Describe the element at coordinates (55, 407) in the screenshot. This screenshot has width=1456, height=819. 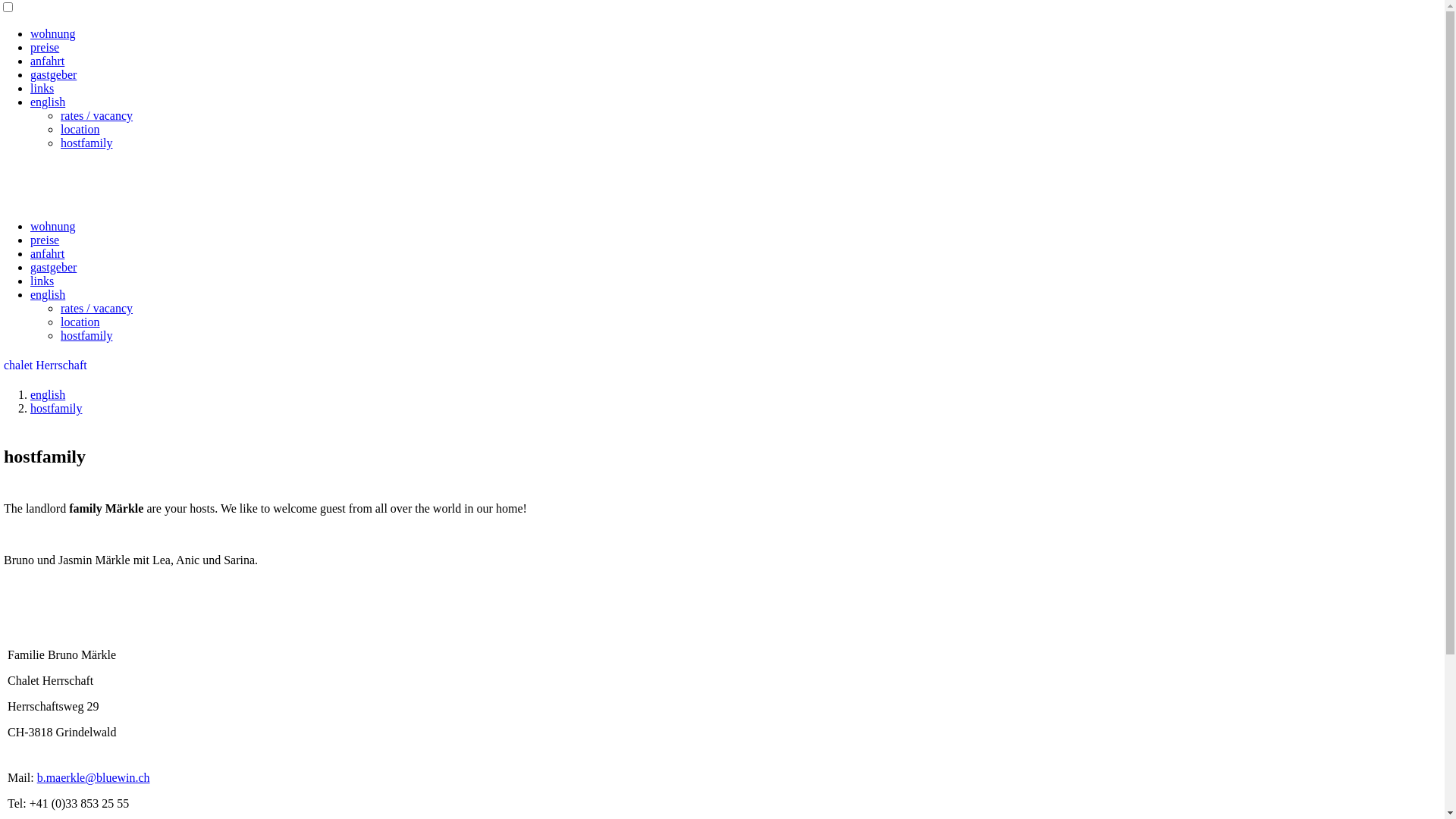
I see `'hostfamily'` at that location.